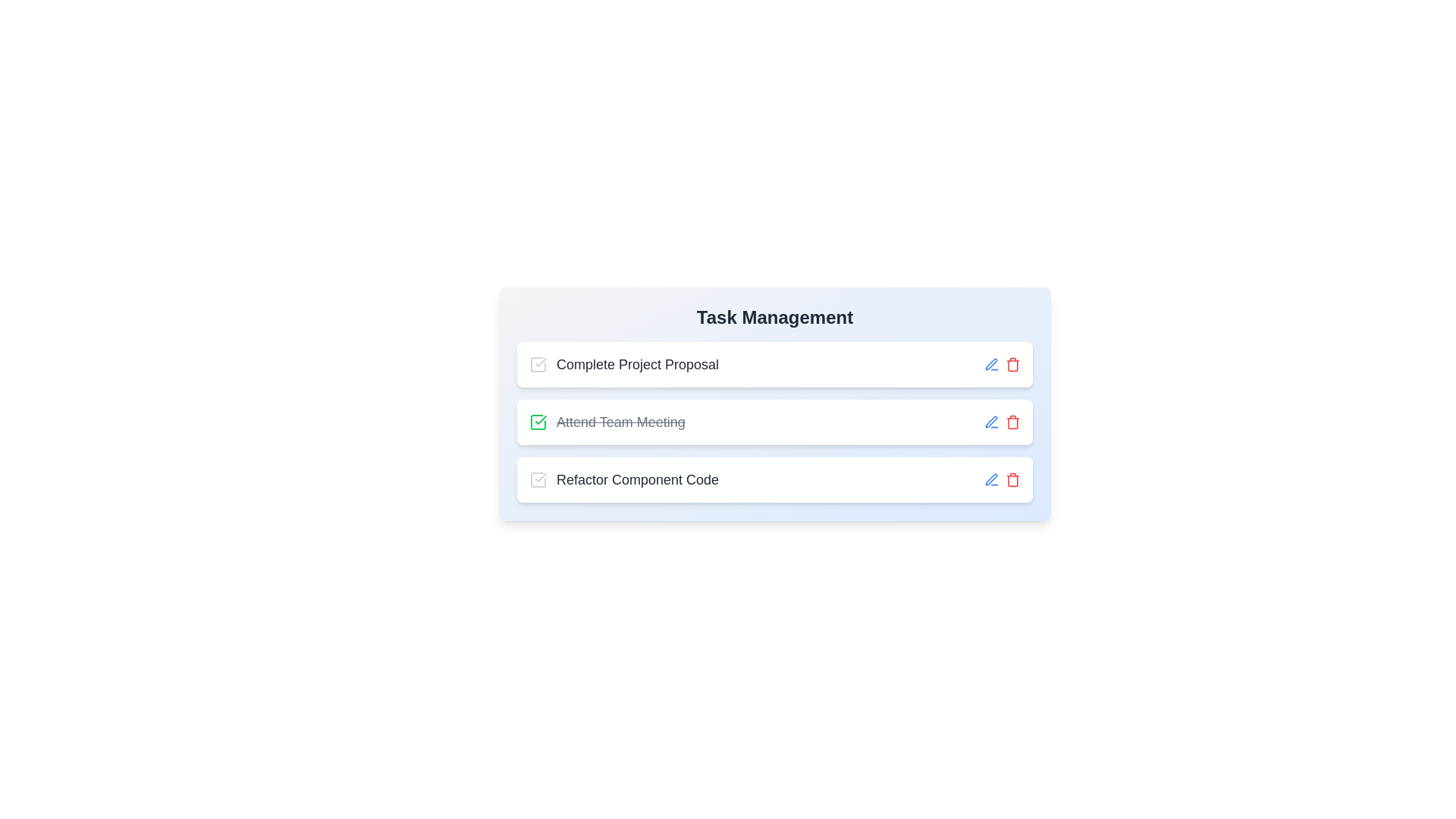 The width and height of the screenshot is (1456, 819). I want to click on the green outlined square checkbox icon with a checkmark, indicating a completed task in the Task Management list, aligned with the text 'Attend Team Meeting', so click(538, 422).